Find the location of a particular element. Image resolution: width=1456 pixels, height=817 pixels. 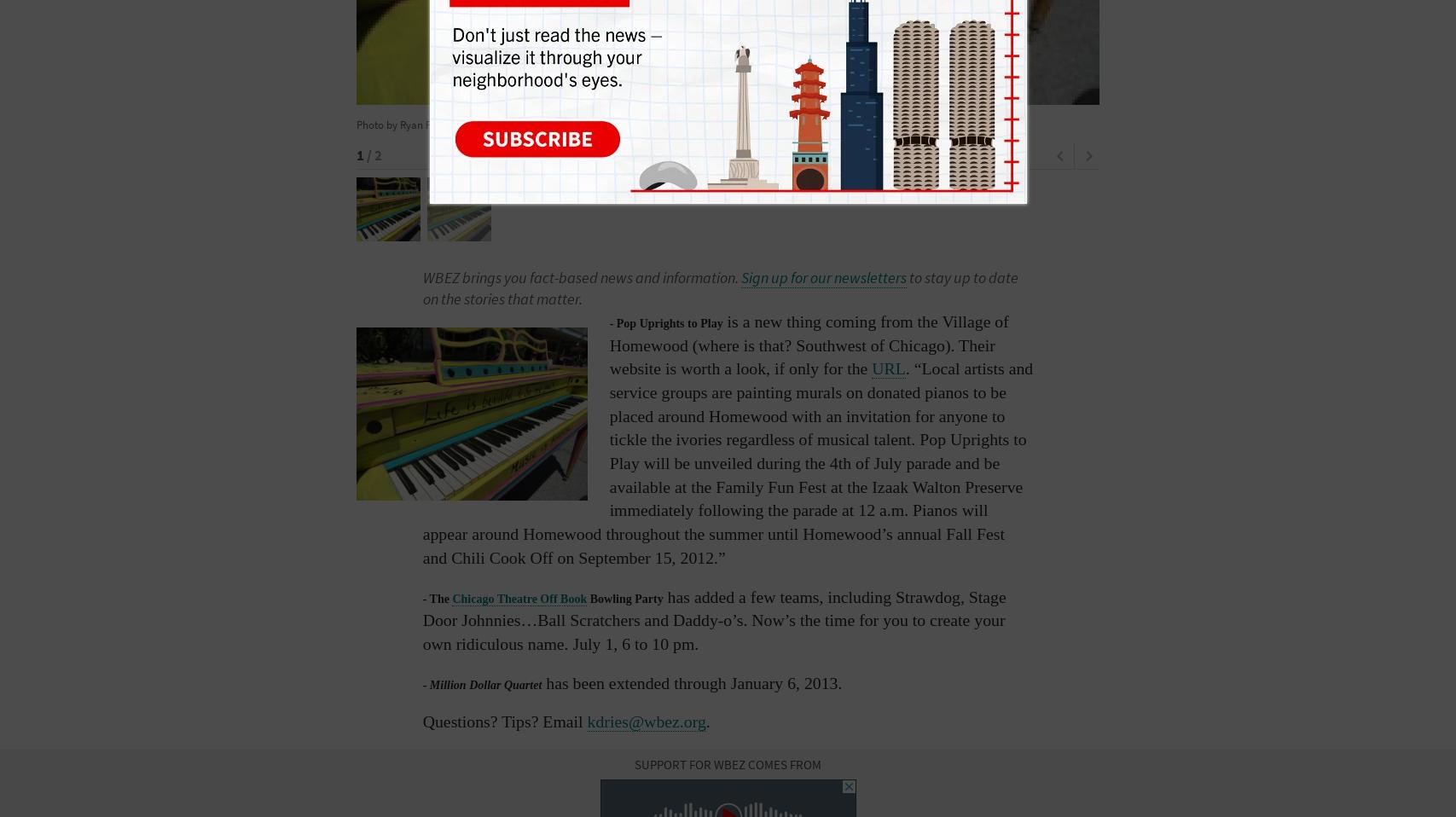

'Photo by Ryan Fitzpatrick' is located at coordinates (356, 125).